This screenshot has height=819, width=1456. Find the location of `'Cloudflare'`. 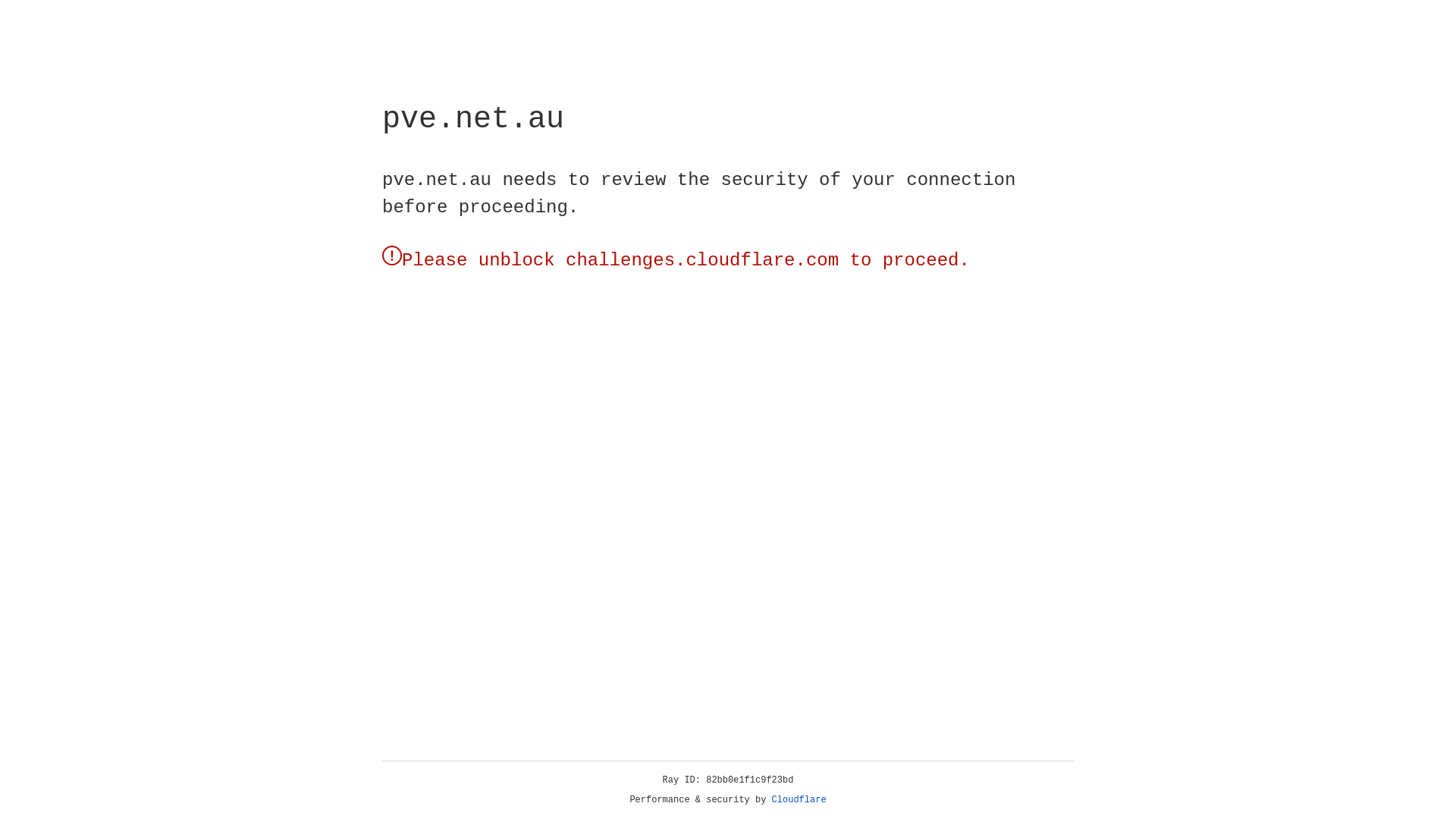

'Cloudflare' is located at coordinates (799, 799).